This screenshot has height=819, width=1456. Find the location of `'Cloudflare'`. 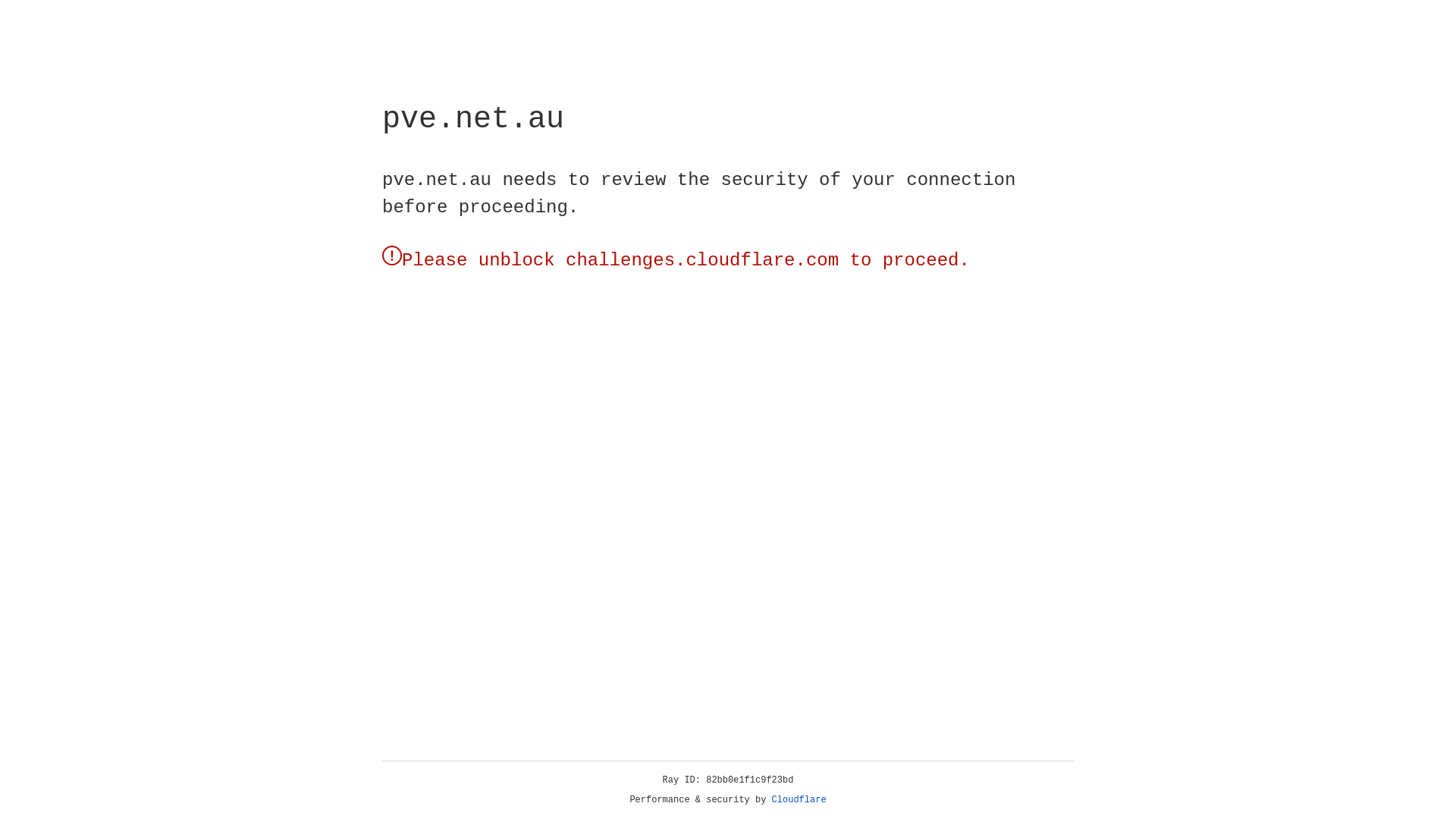

'Cloudflare' is located at coordinates (799, 799).